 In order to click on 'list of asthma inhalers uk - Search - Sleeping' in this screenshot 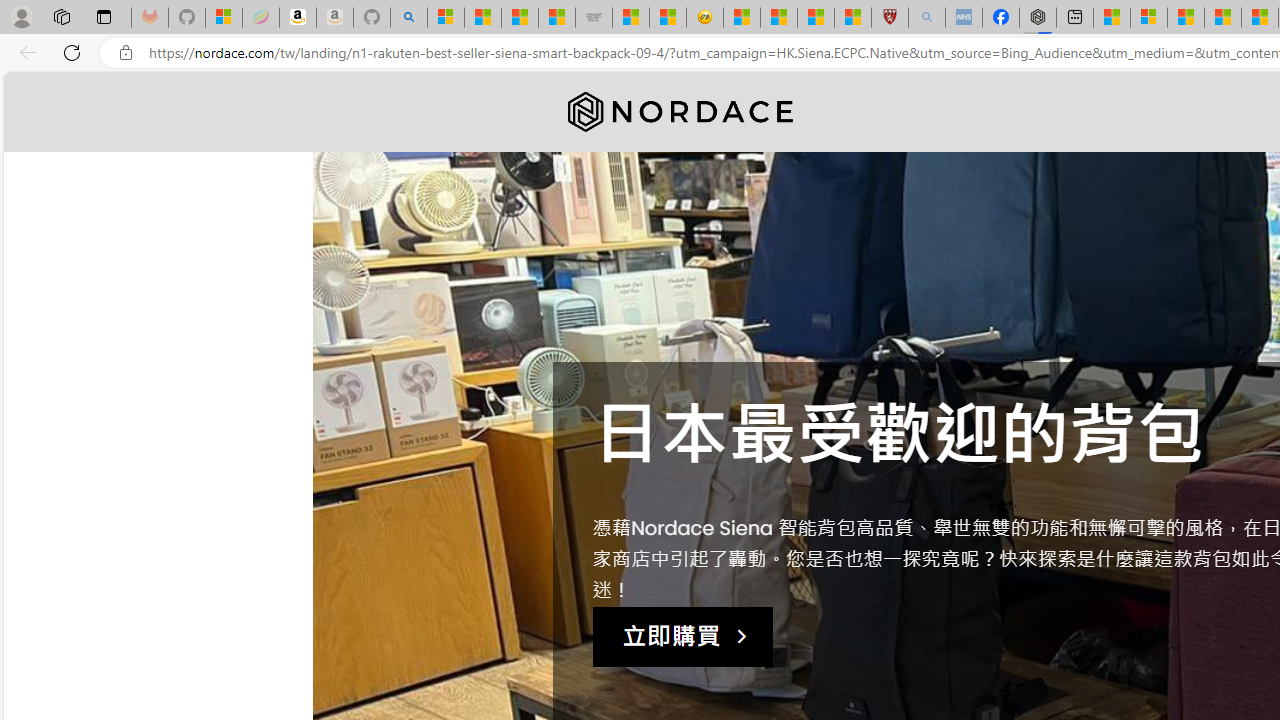, I will do `click(925, 17)`.